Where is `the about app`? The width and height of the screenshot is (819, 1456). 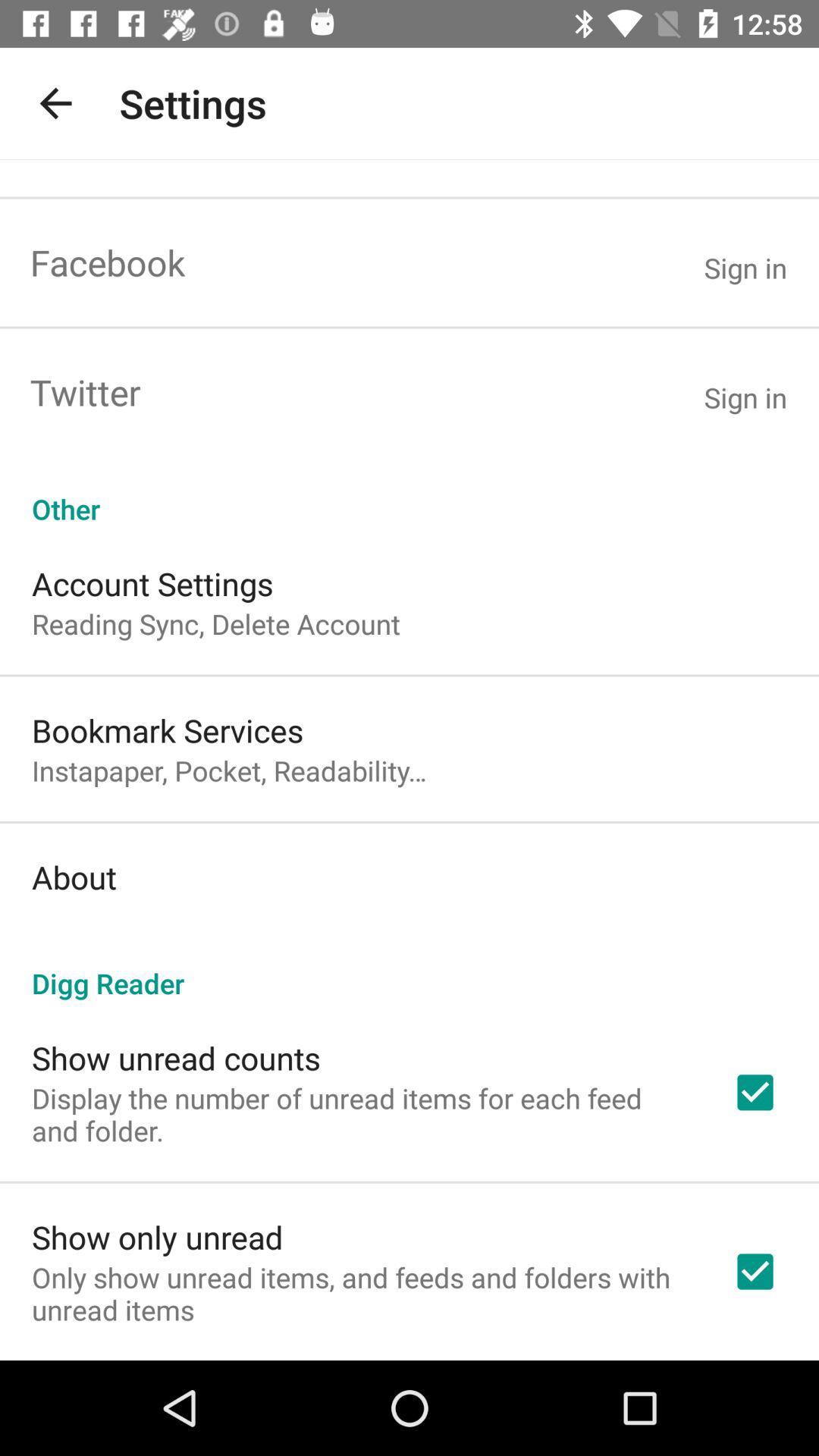
the about app is located at coordinates (74, 877).